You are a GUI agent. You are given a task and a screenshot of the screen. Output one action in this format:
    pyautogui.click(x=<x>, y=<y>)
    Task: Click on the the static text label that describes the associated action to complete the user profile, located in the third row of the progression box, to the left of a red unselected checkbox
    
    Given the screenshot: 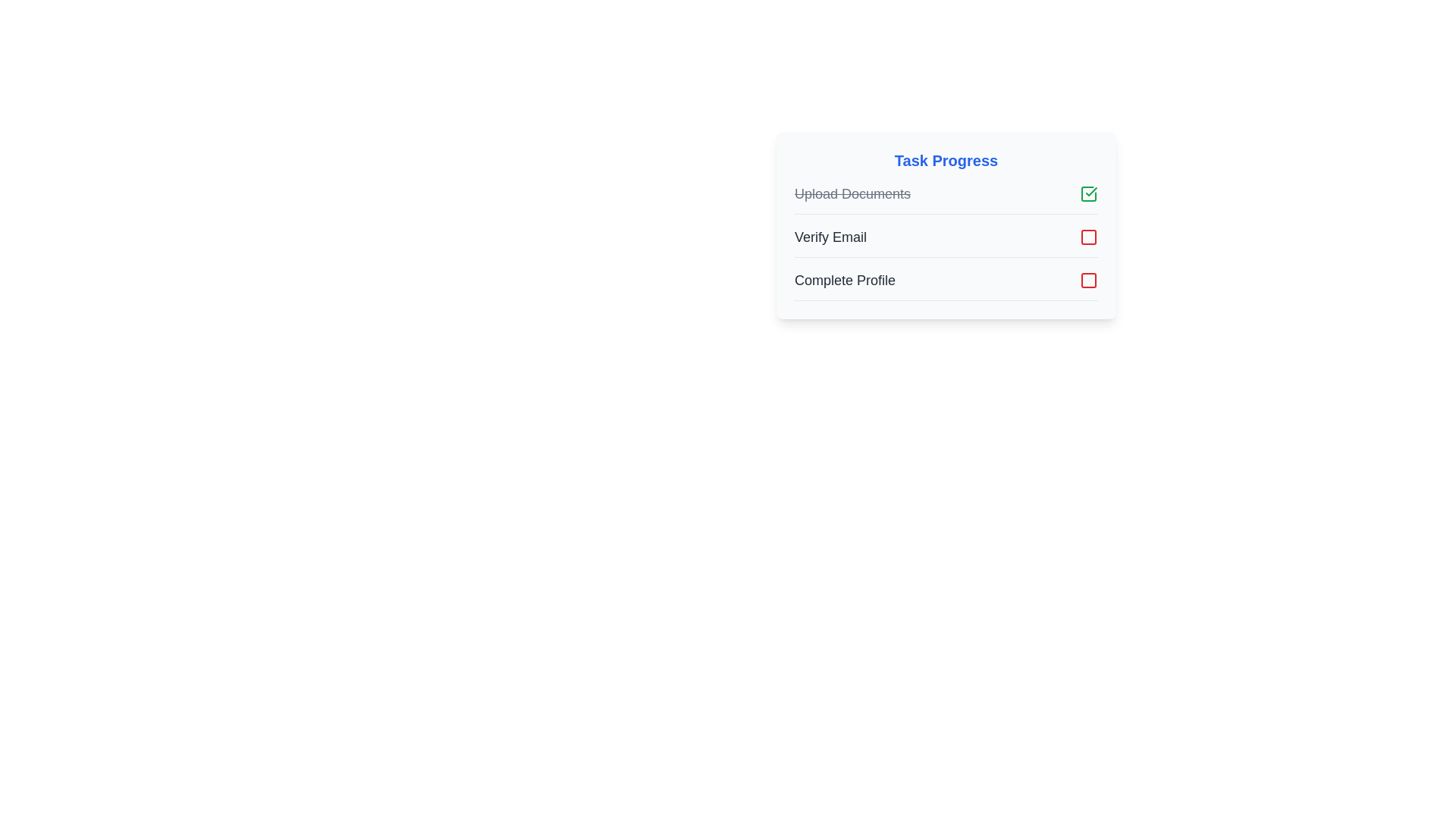 What is the action you would take?
    pyautogui.click(x=844, y=281)
    